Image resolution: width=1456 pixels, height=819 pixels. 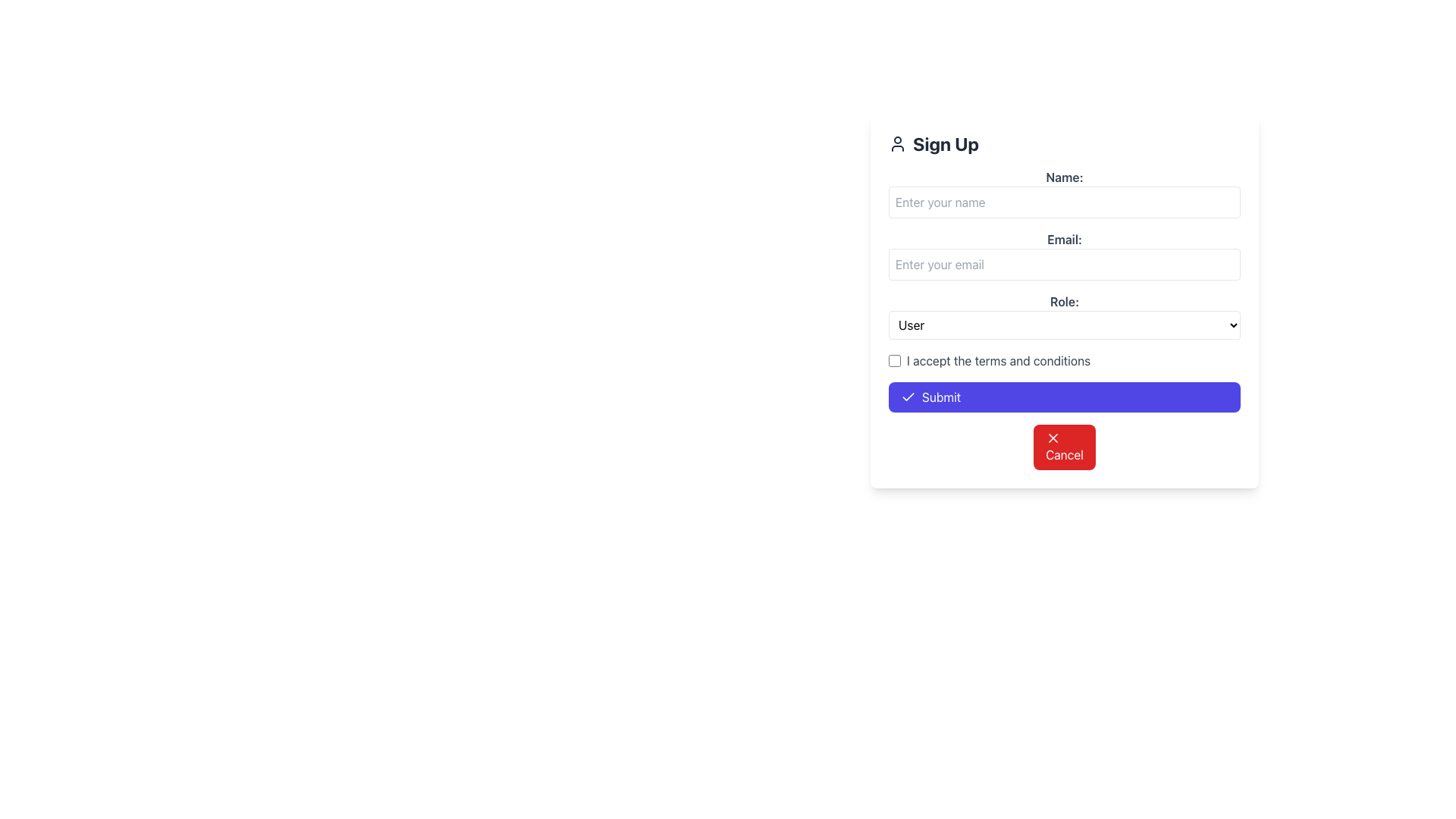 What do you see at coordinates (1063, 177) in the screenshot?
I see `text of the label indicating the user should enter their name, located at the top of the form above the input field` at bounding box center [1063, 177].